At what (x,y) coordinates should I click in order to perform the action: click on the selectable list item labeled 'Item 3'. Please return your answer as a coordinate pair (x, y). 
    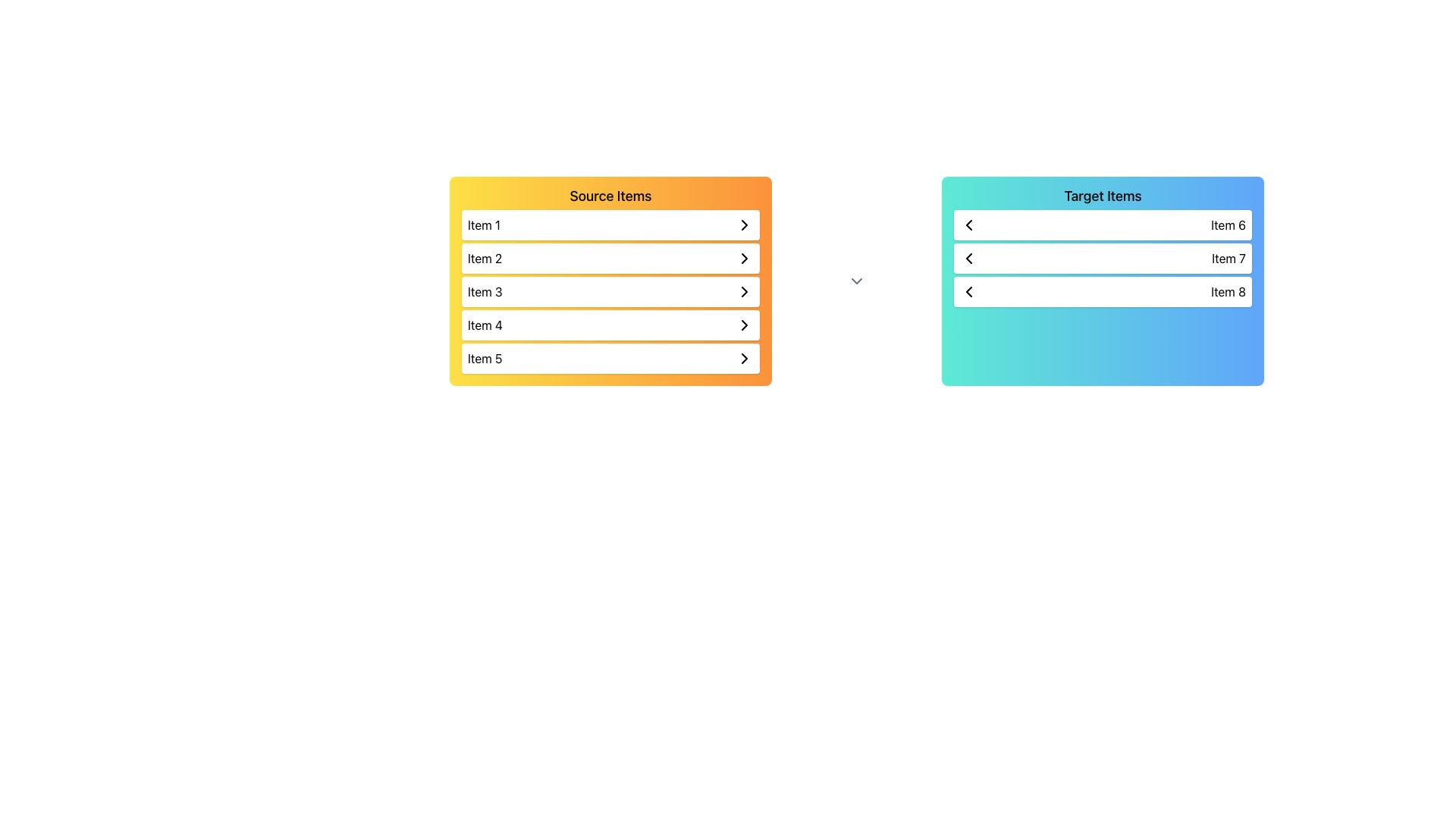
    Looking at the image, I should click on (610, 292).